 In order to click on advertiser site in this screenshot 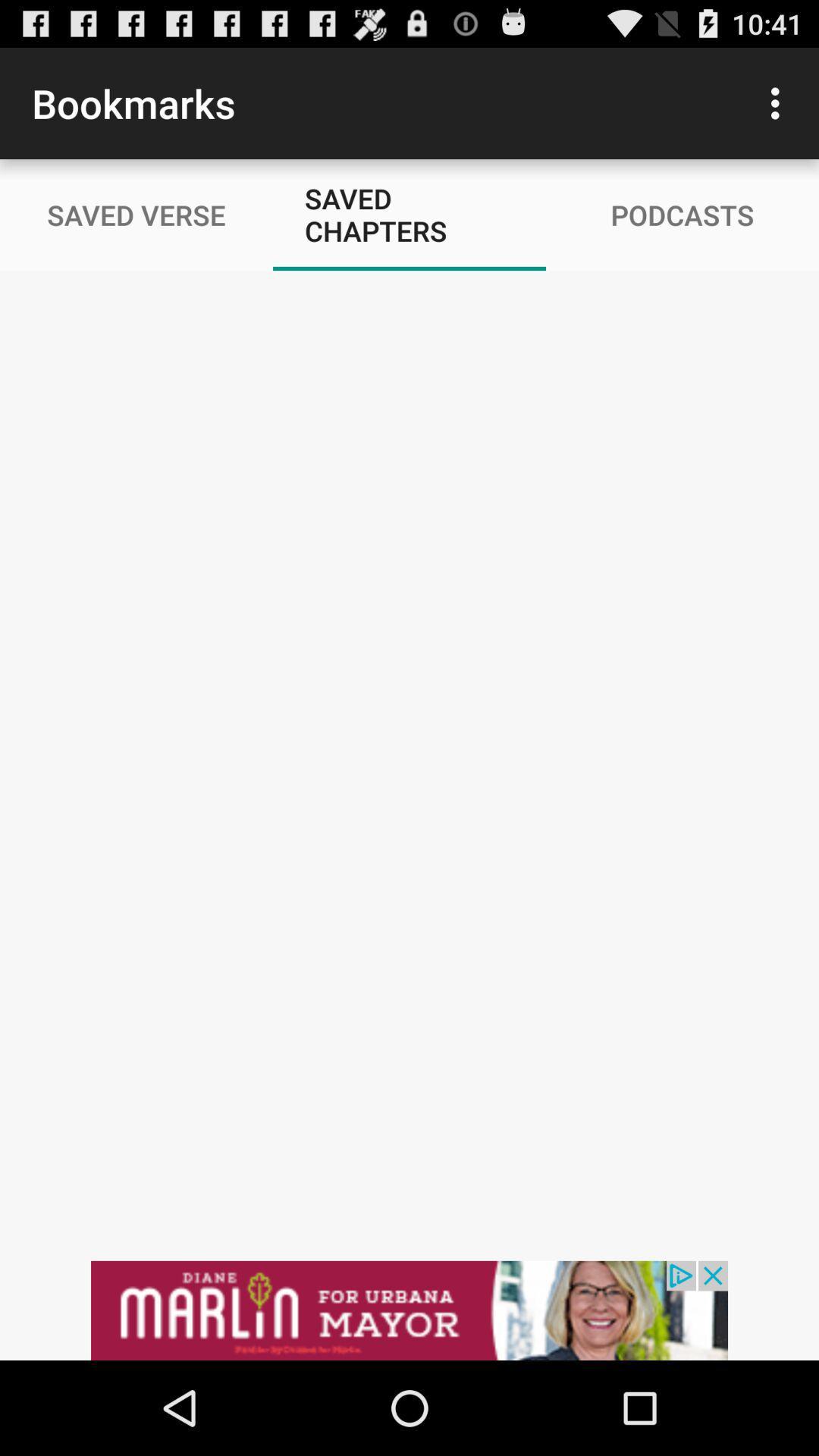, I will do `click(409, 1310)`.